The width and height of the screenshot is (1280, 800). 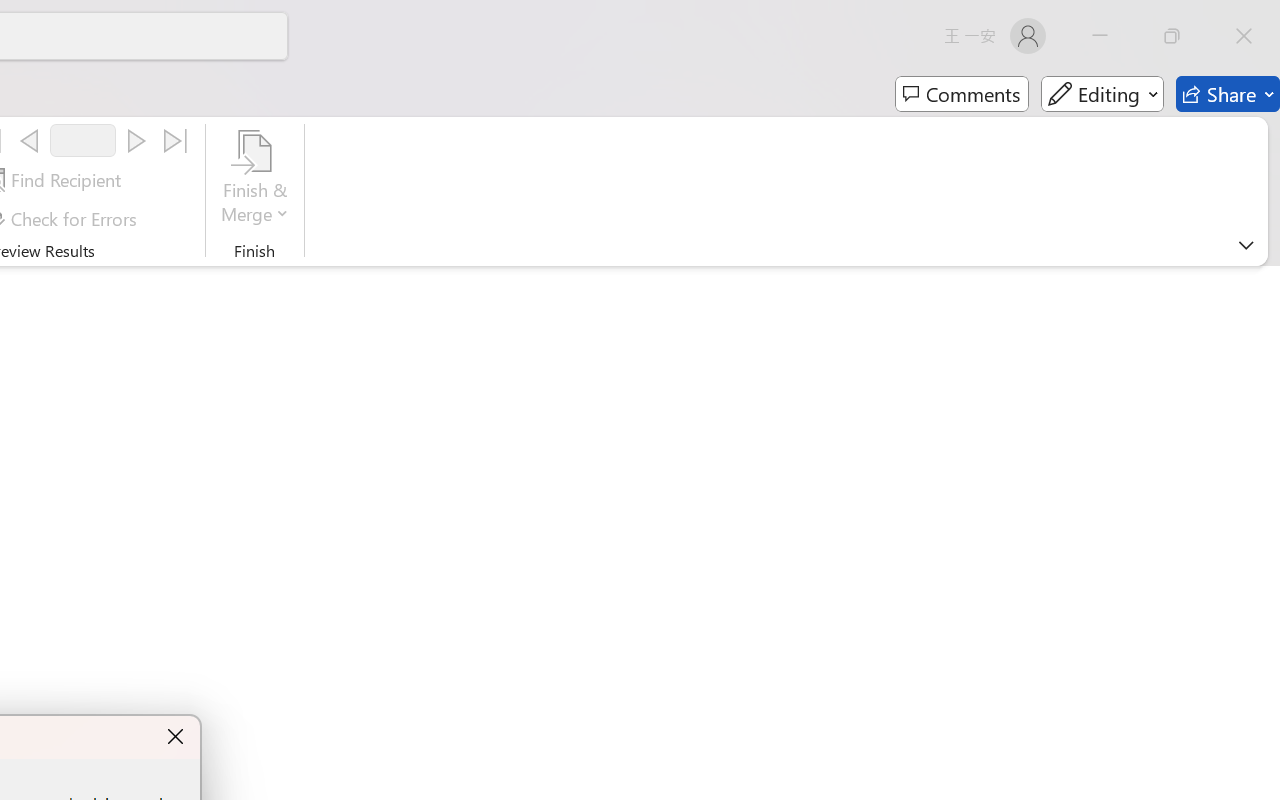 I want to click on 'Comments', so click(x=961, y=94).